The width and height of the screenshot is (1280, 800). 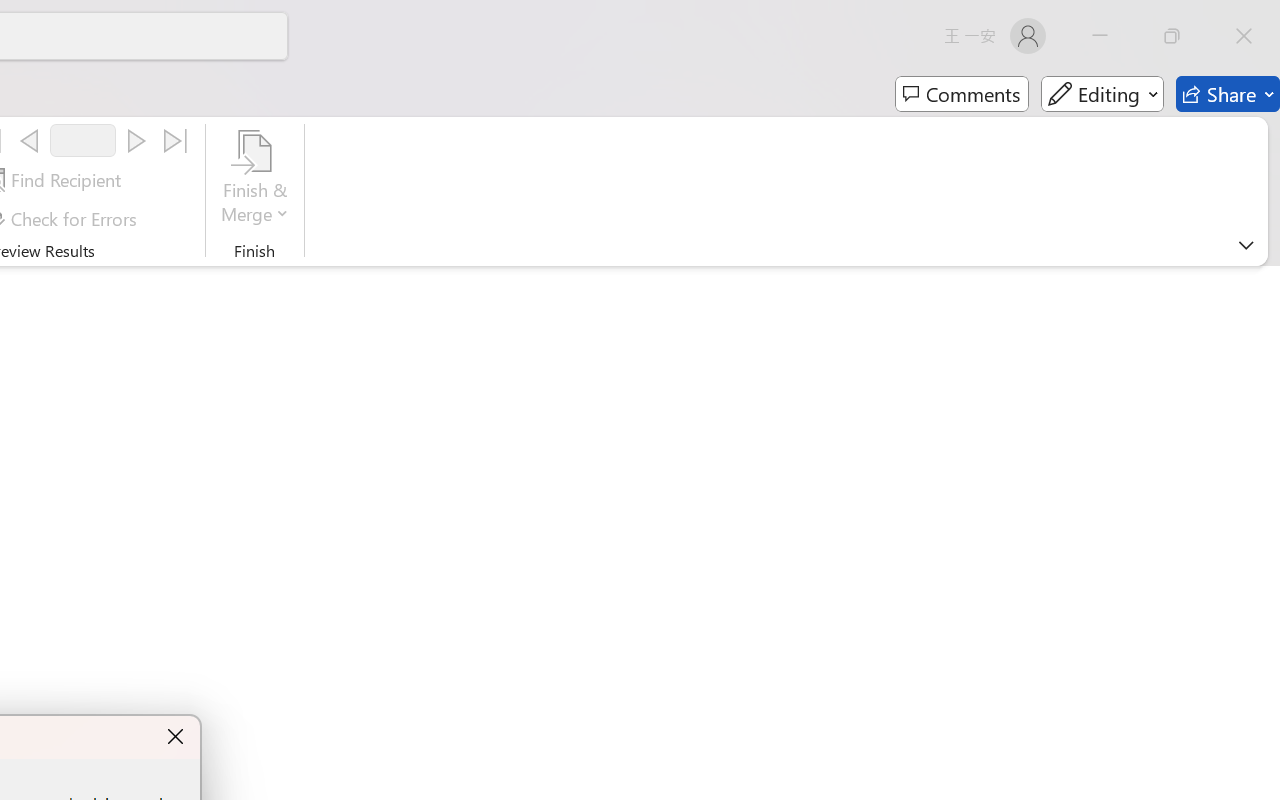 I want to click on 'Comments', so click(x=961, y=94).